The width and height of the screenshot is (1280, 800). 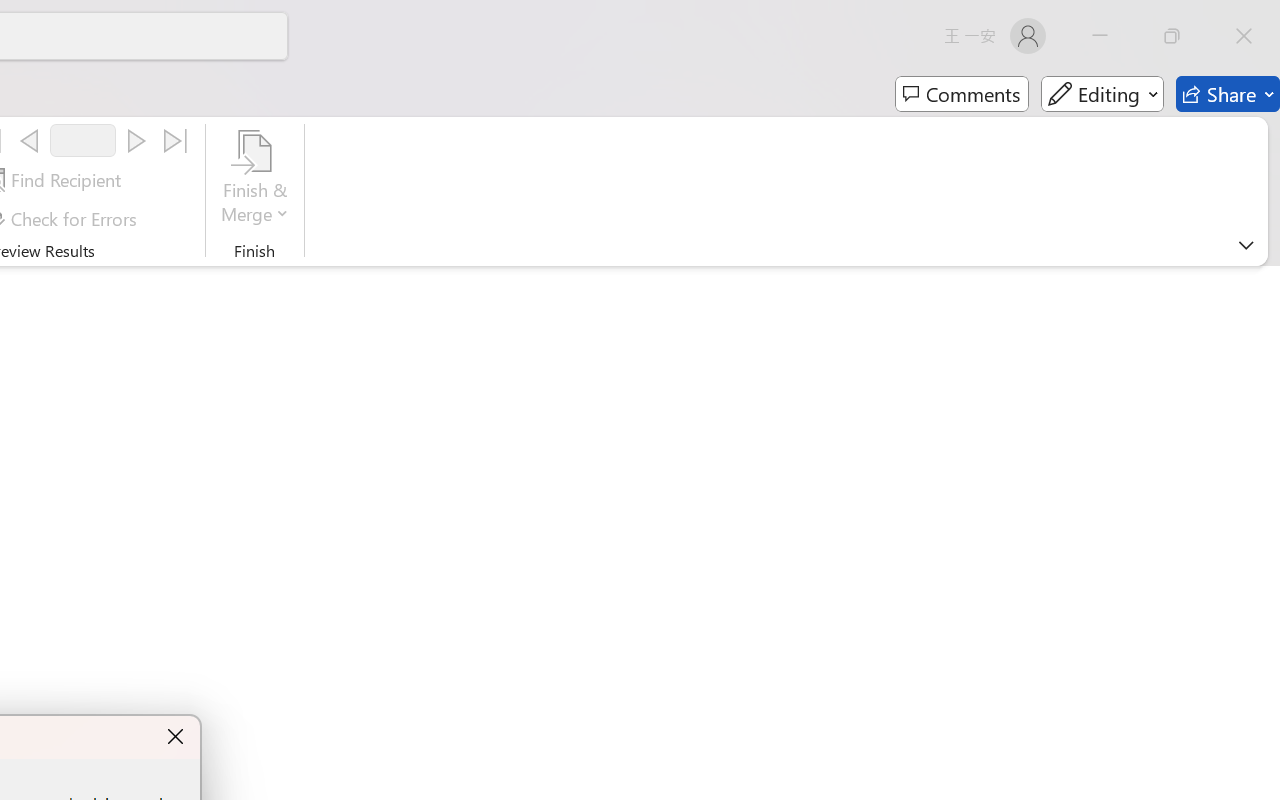 I want to click on 'Comments', so click(x=961, y=94).